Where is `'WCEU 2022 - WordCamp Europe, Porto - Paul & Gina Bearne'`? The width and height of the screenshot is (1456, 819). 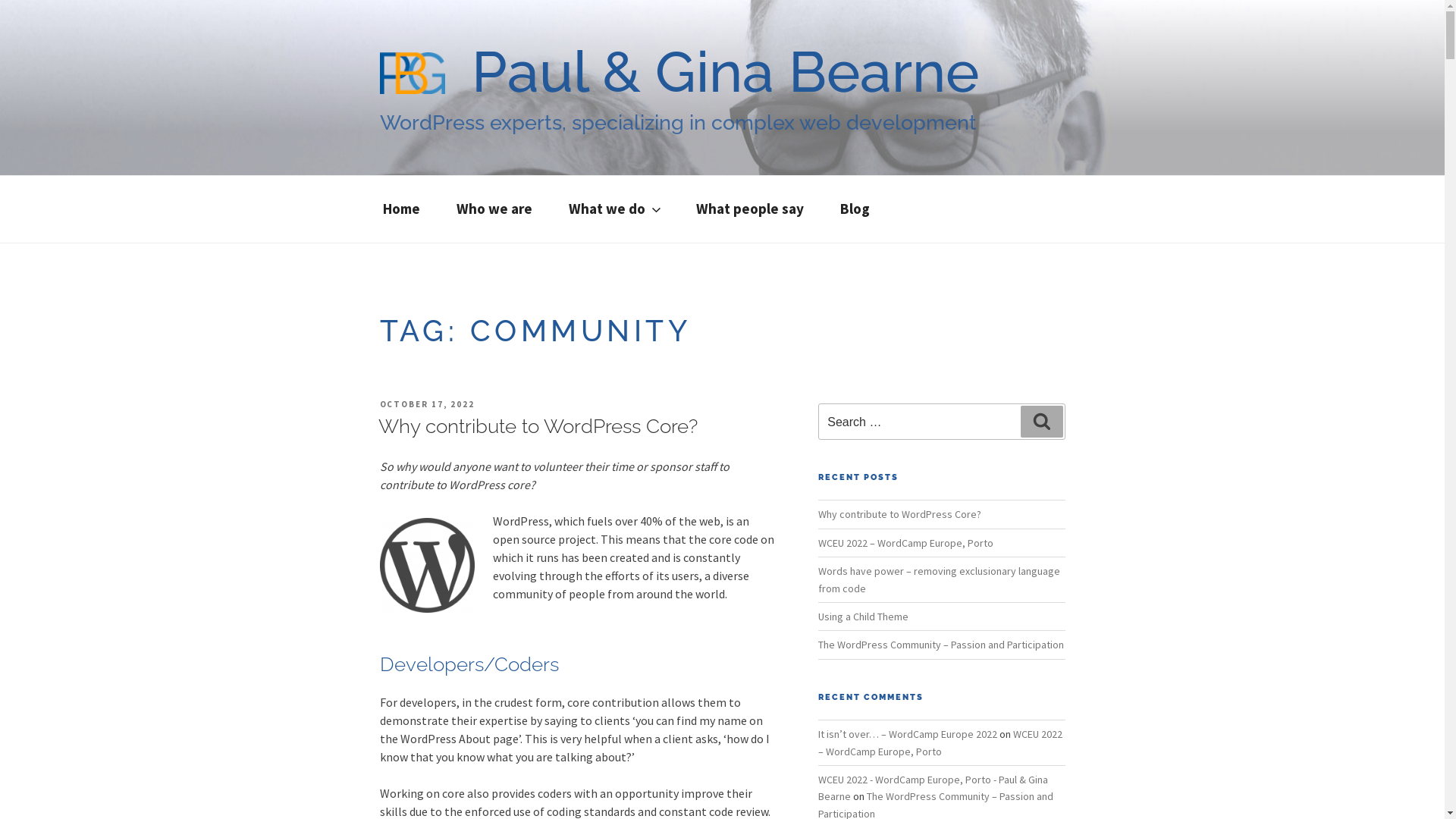
'WCEU 2022 - WordCamp Europe, Porto - Paul & Gina Bearne' is located at coordinates (932, 786).